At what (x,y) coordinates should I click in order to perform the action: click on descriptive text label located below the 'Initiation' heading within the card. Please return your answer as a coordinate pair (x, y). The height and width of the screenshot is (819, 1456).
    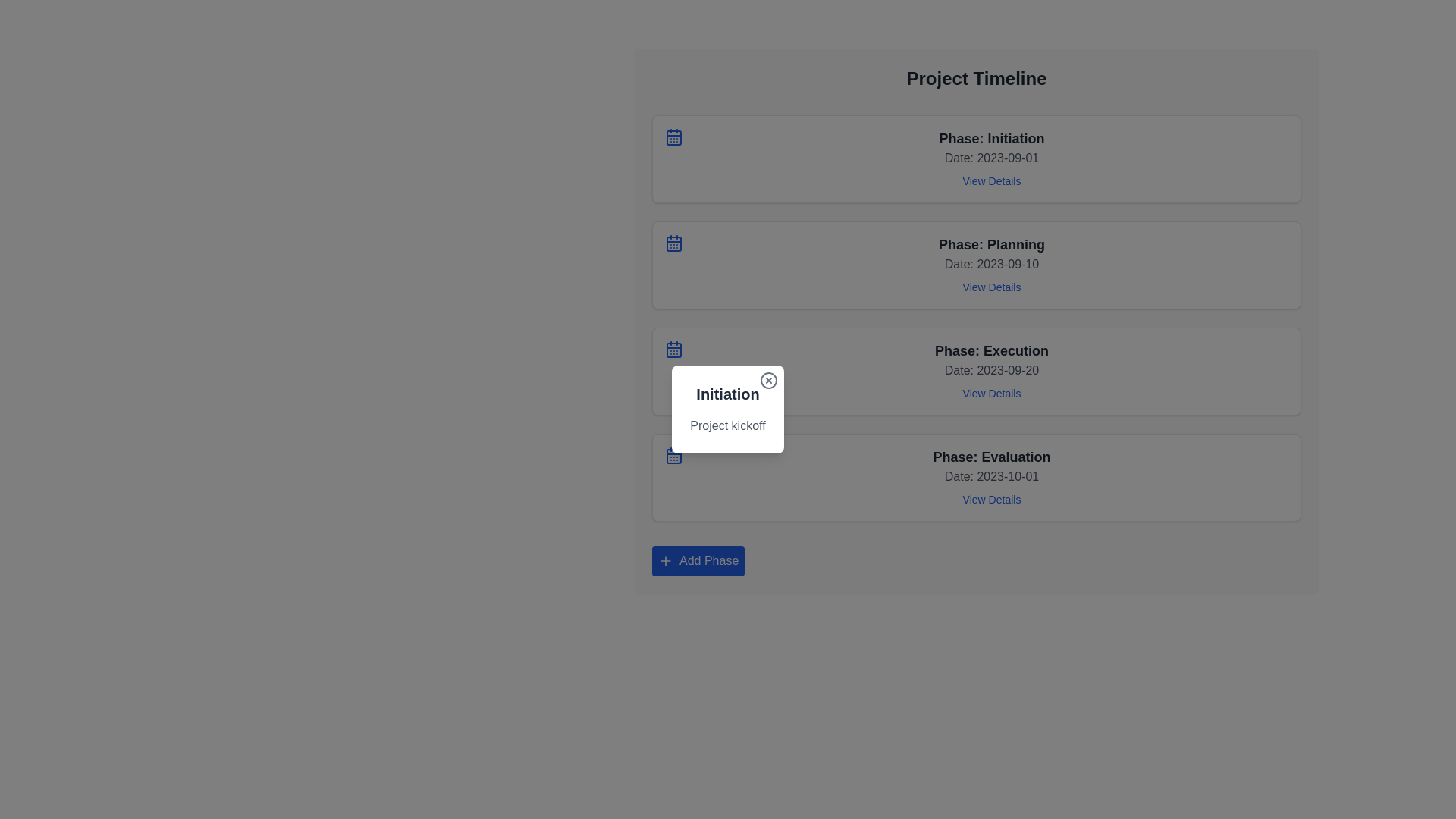
    Looking at the image, I should click on (728, 426).